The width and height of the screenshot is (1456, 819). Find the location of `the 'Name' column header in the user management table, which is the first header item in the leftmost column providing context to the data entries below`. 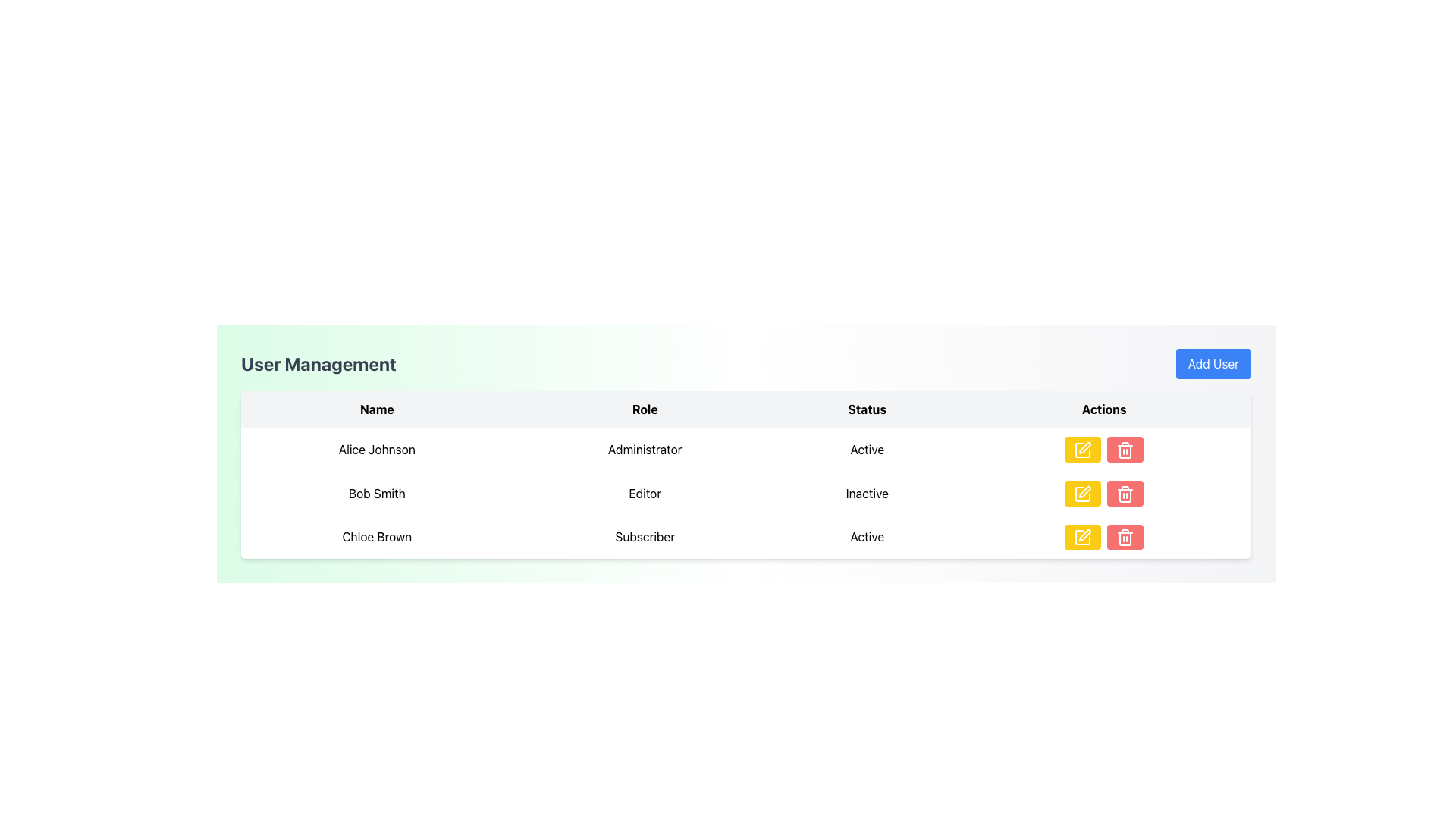

the 'Name' column header in the user management table, which is the first header item in the leftmost column providing context to the data entries below is located at coordinates (377, 409).